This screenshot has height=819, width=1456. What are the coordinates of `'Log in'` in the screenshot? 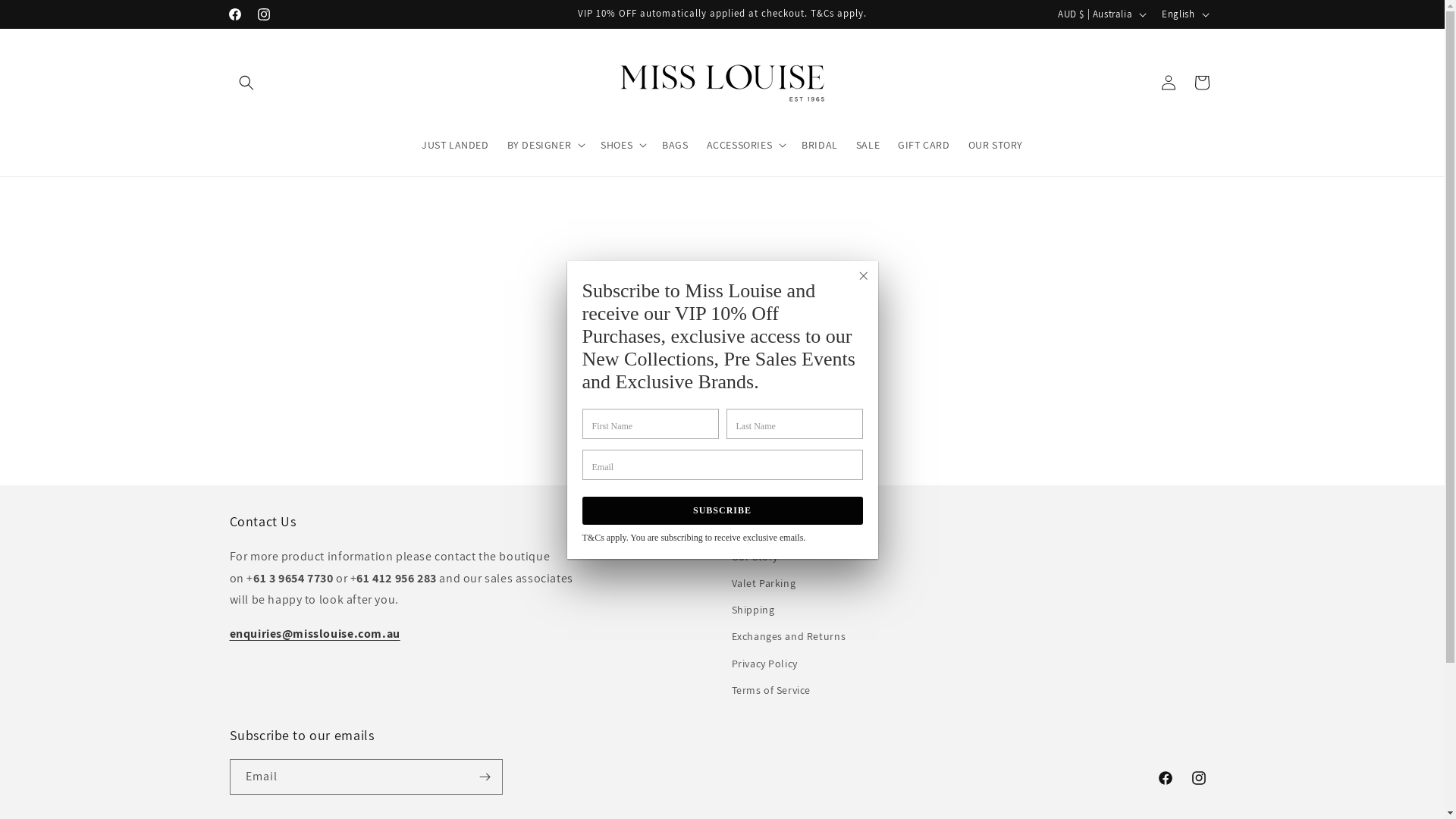 It's located at (1150, 82).